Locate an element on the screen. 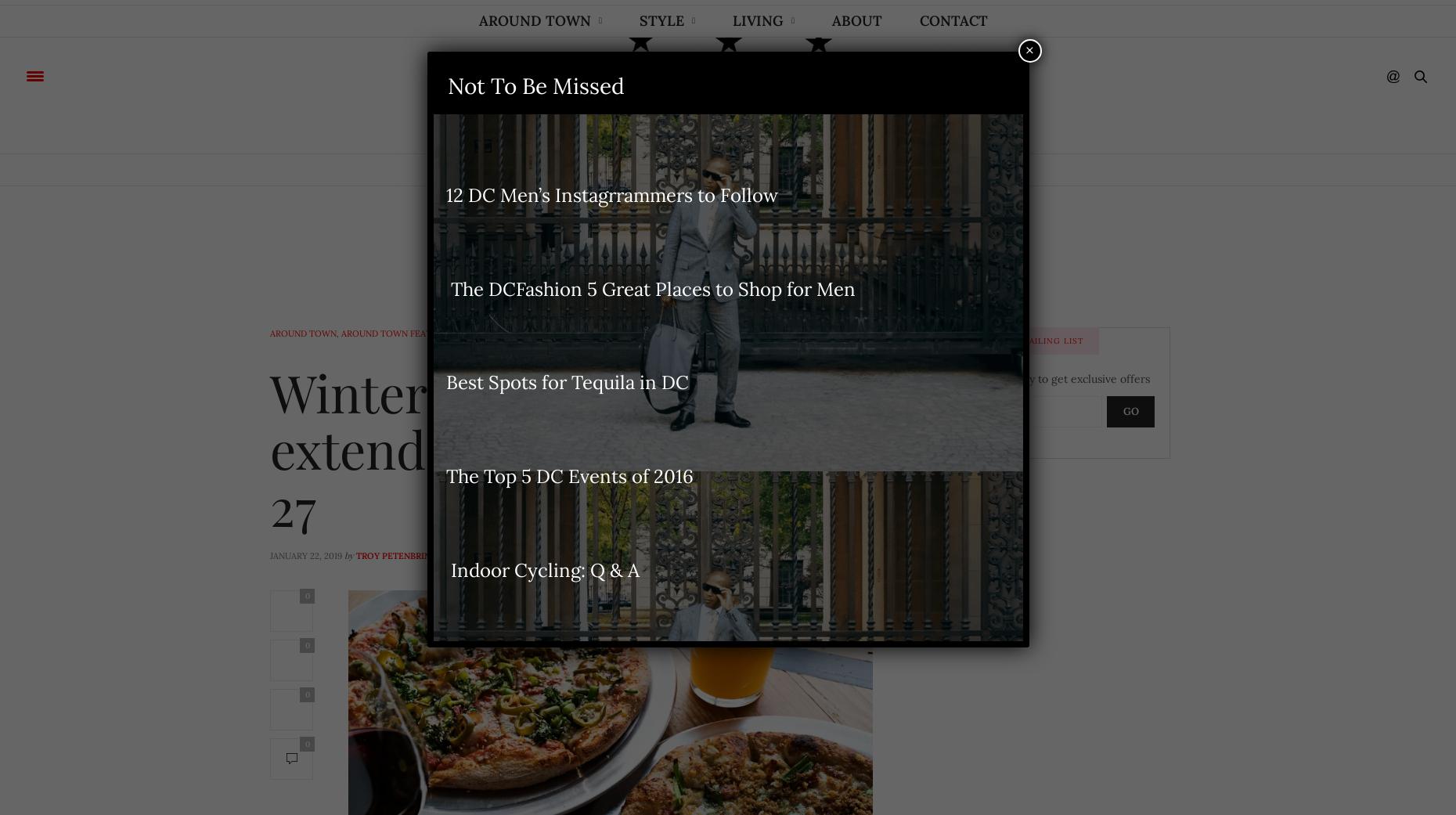 This screenshot has height=815, width=1456. 'Contact' is located at coordinates (944, 168).